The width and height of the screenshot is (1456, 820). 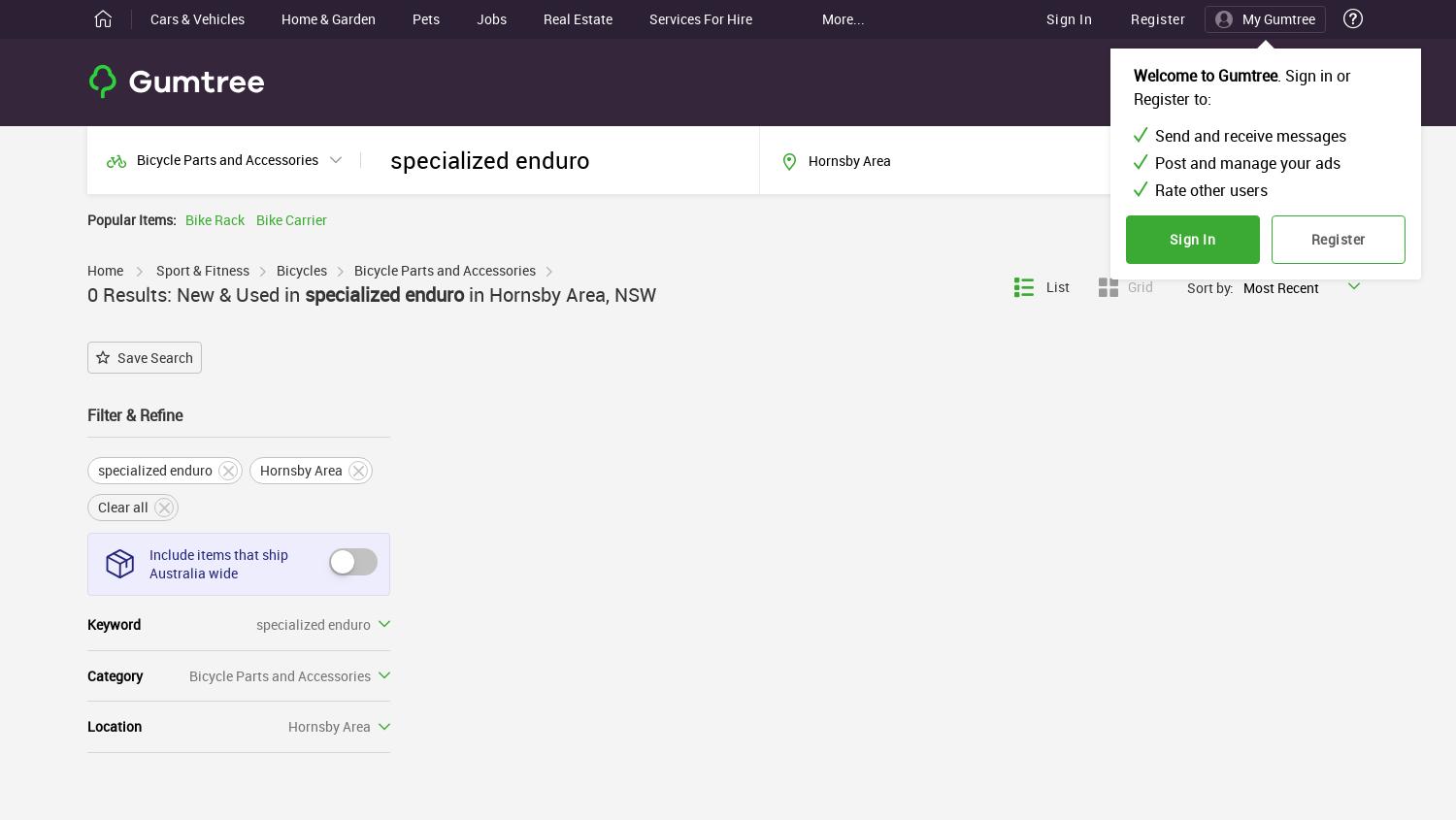 I want to click on 'Jobs', so click(x=491, y=17).